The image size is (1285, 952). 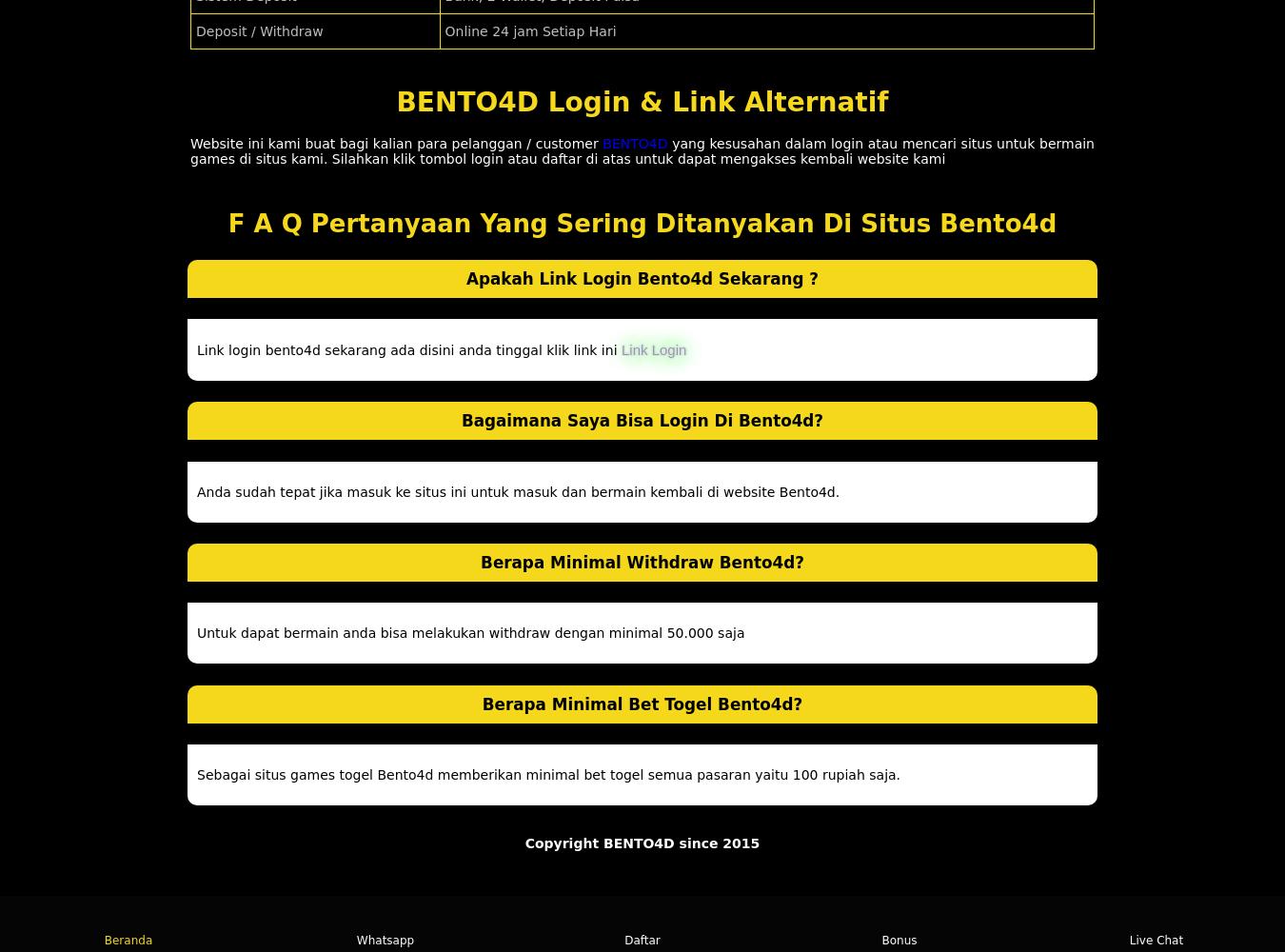 I want to click on 'Website ini kami buat bagi kalian para pelanggan / customer', so click(x=396, y=143).